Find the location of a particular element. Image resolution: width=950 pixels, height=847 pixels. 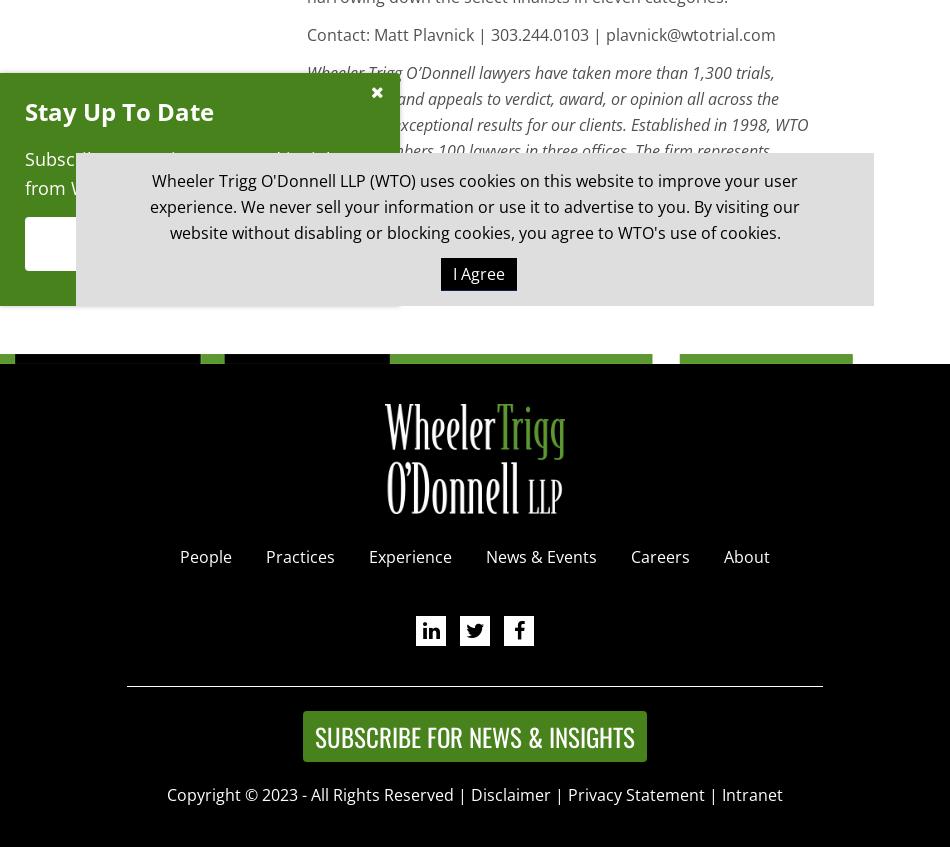

'Contact: Matt Plavnick | 303.244.0103 | plavnick@wtotrial.com' is located at coordinates (541, 33).